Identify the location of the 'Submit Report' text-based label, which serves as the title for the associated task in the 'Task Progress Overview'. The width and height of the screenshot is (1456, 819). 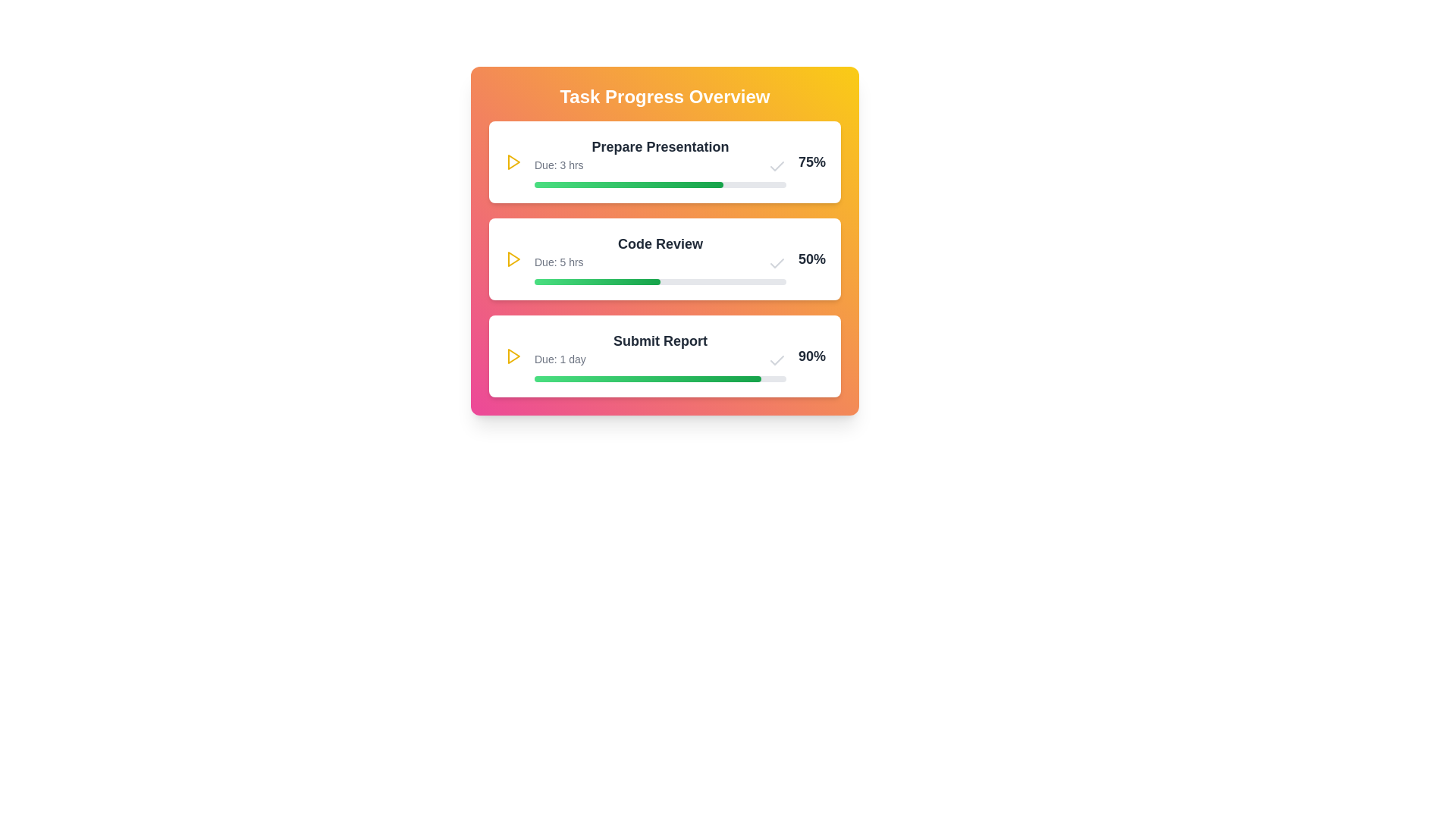
(660, 341).